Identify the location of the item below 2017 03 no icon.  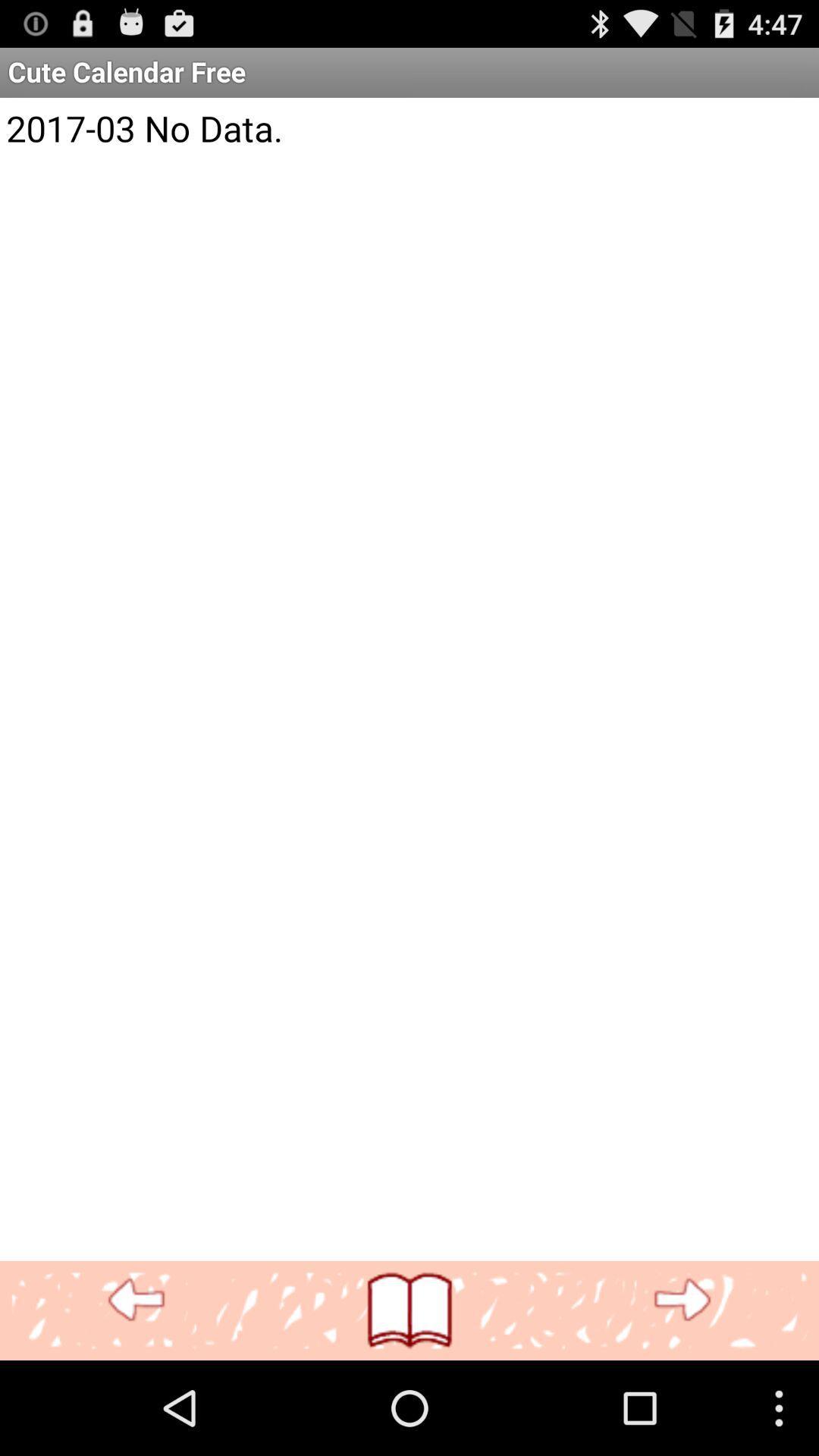
(681, 1300).